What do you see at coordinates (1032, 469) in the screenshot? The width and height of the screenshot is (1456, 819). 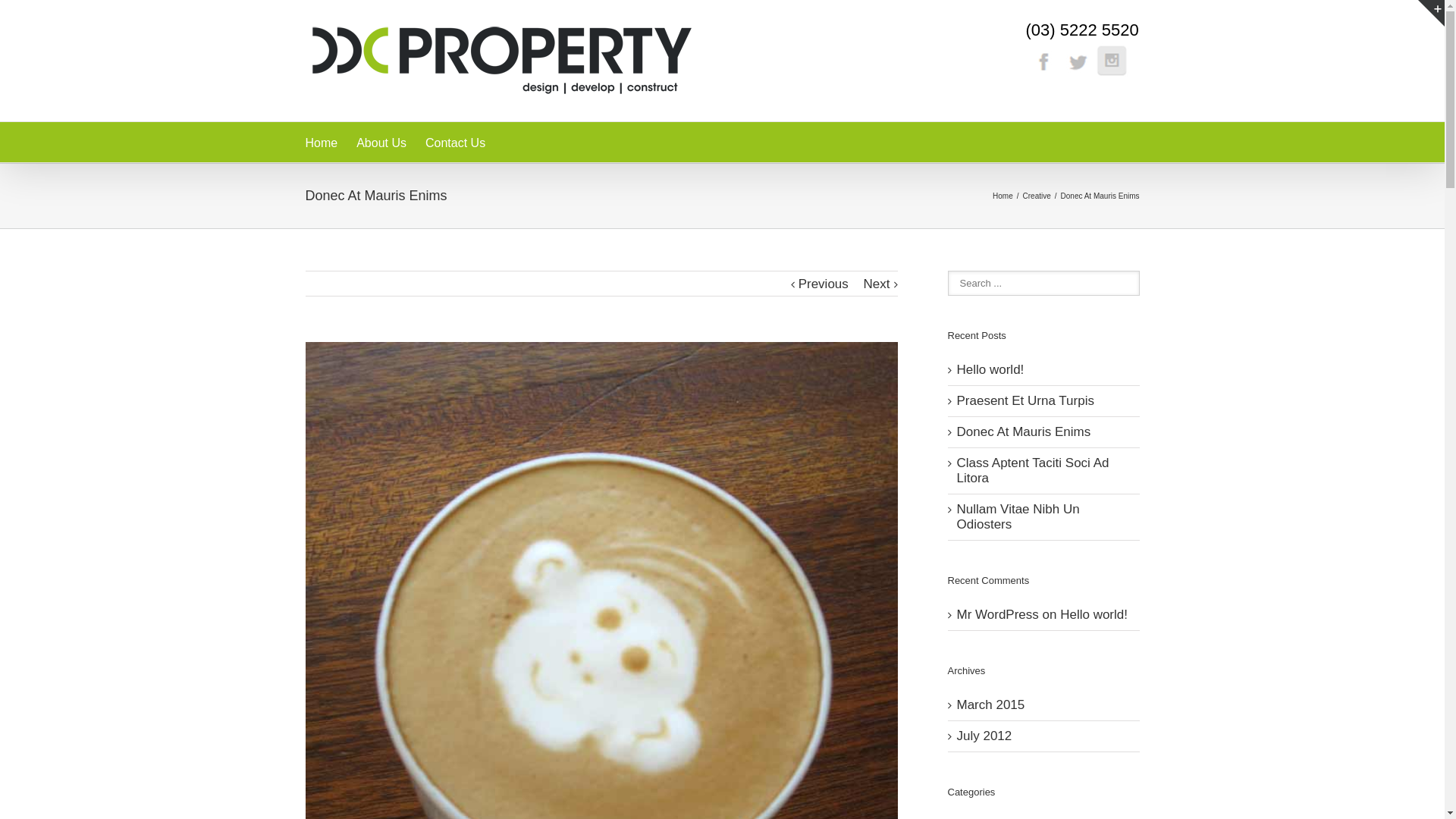 I see `'Class Aptent Taciti Soci Ad Litora'` at bounding box center [1032, 469].